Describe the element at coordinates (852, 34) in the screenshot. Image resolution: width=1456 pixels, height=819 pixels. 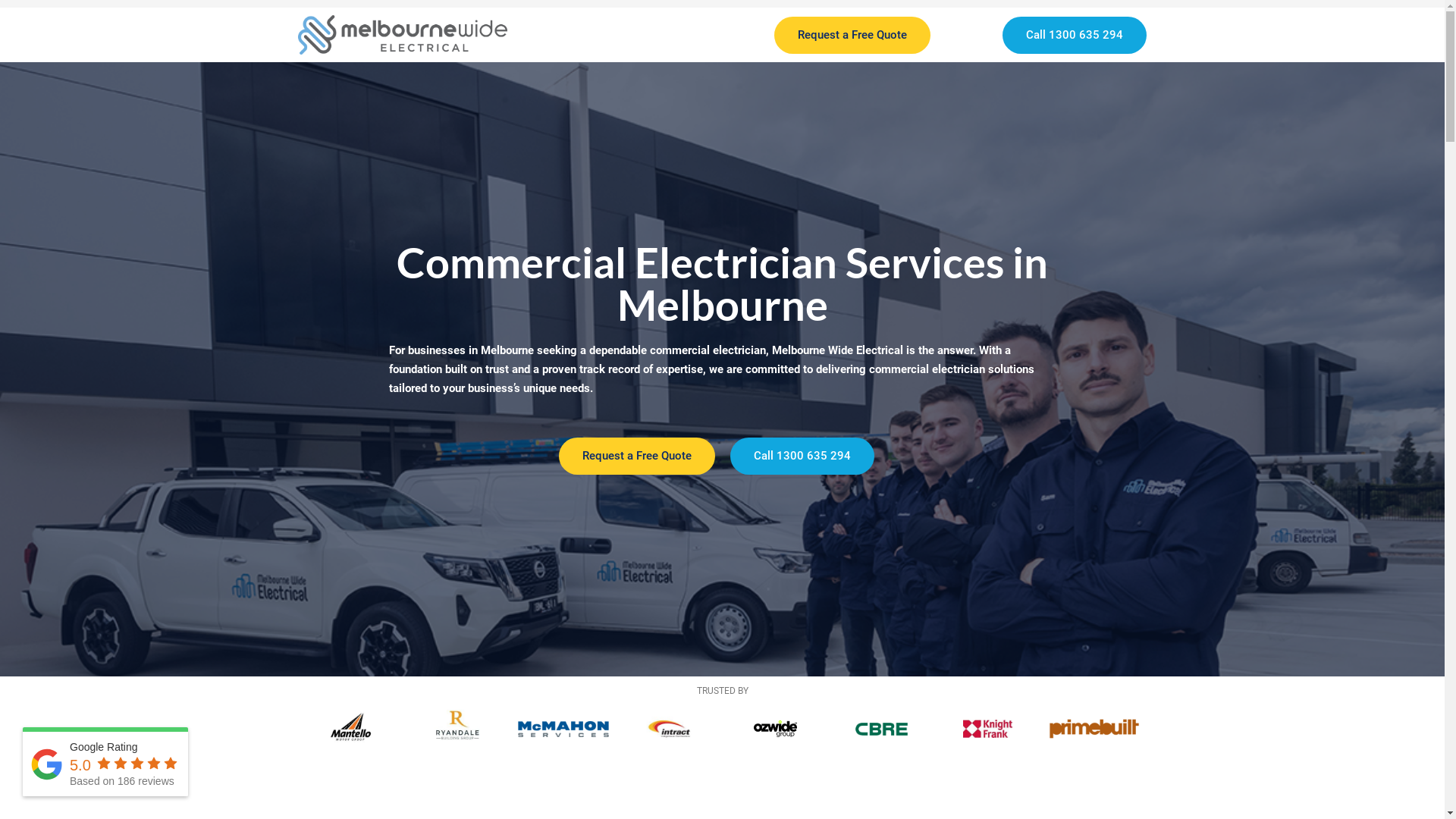
I see `'Request a Free Quote'` at that location.